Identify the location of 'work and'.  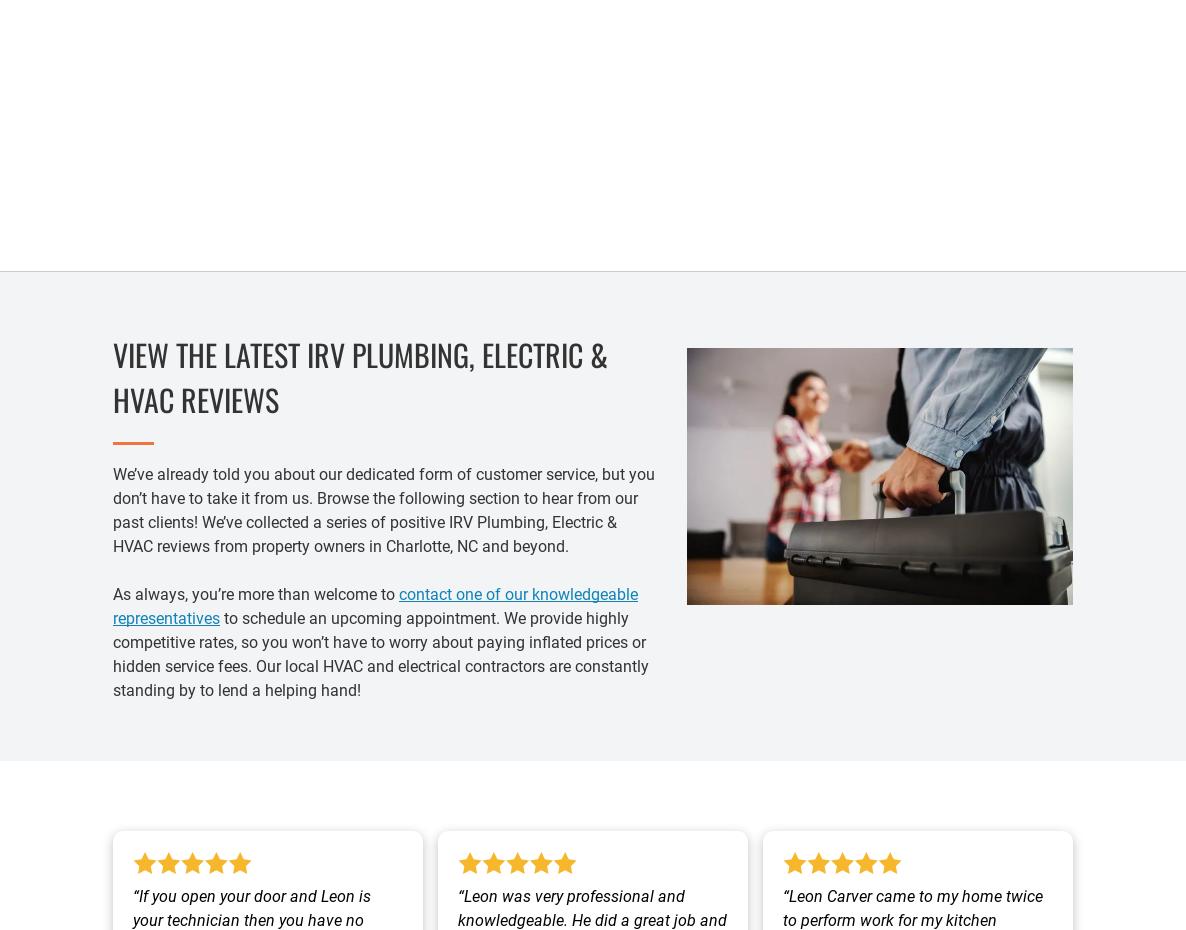
(966, 148).